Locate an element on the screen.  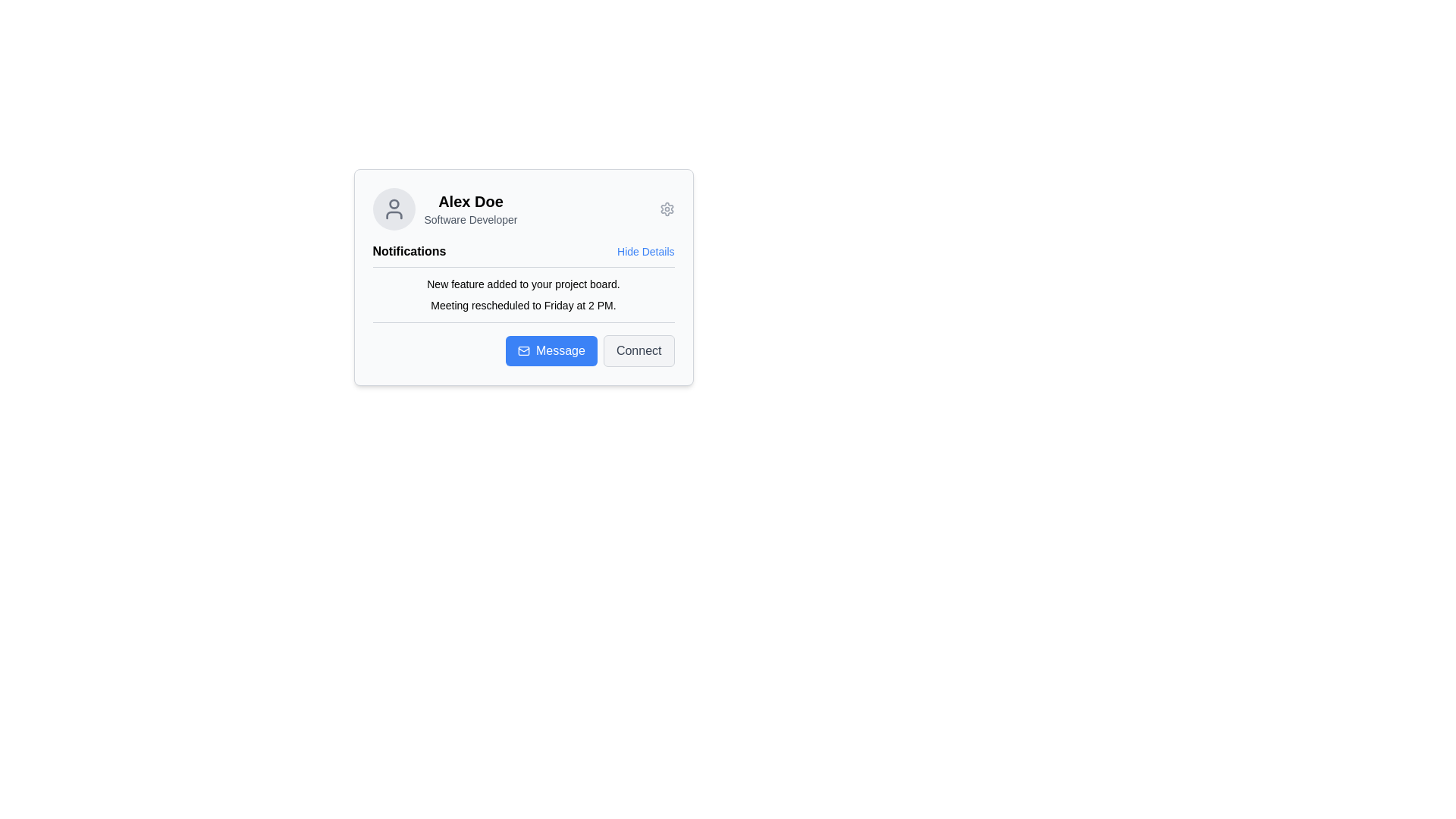
the 'Send Message' button located at the bottom-right section of the card interface to observe any visual hover effects is located at coordinates (523, 350).